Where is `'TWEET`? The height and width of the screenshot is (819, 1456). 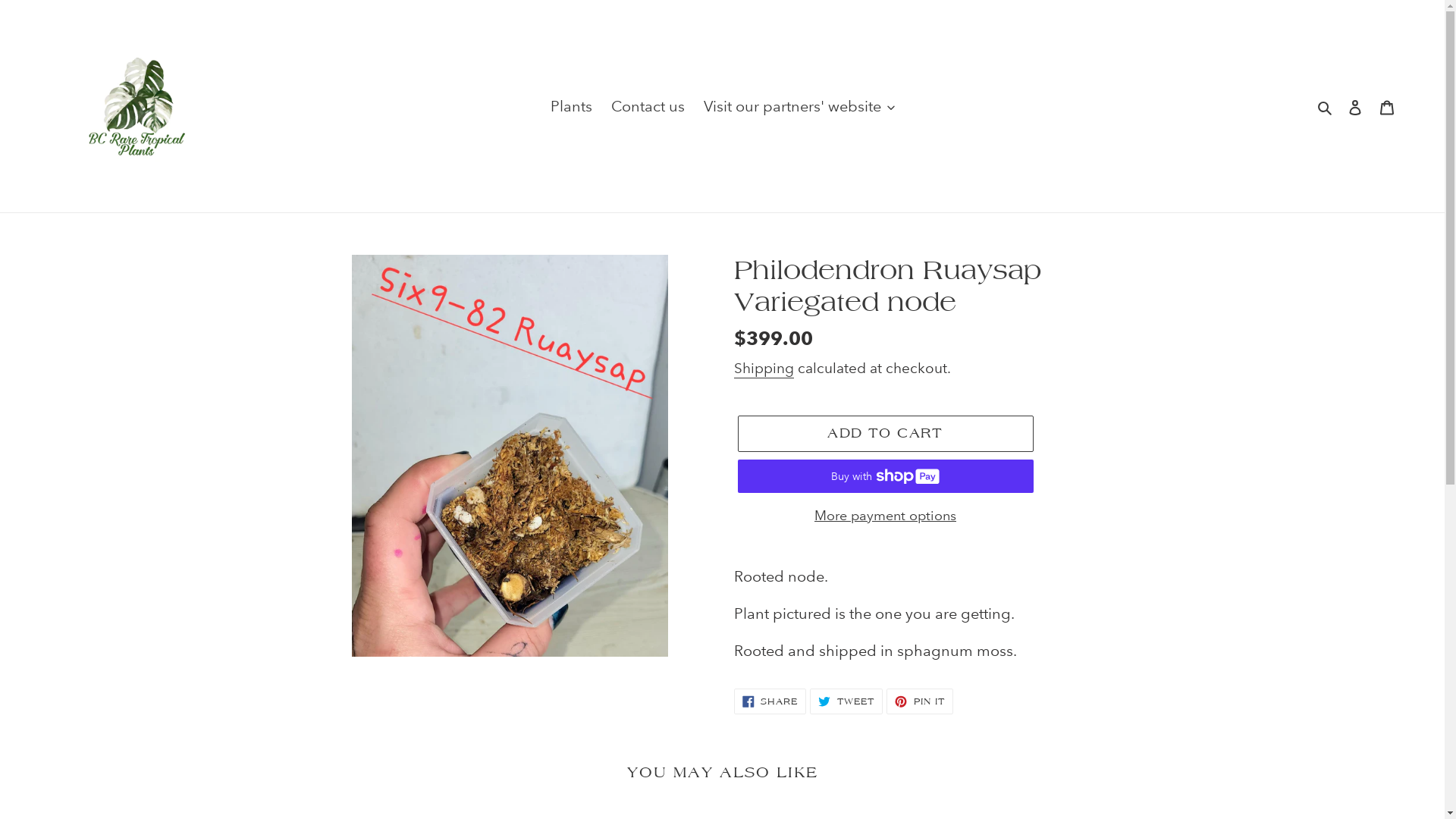
'TWEET is located at coordinates (846, 701).